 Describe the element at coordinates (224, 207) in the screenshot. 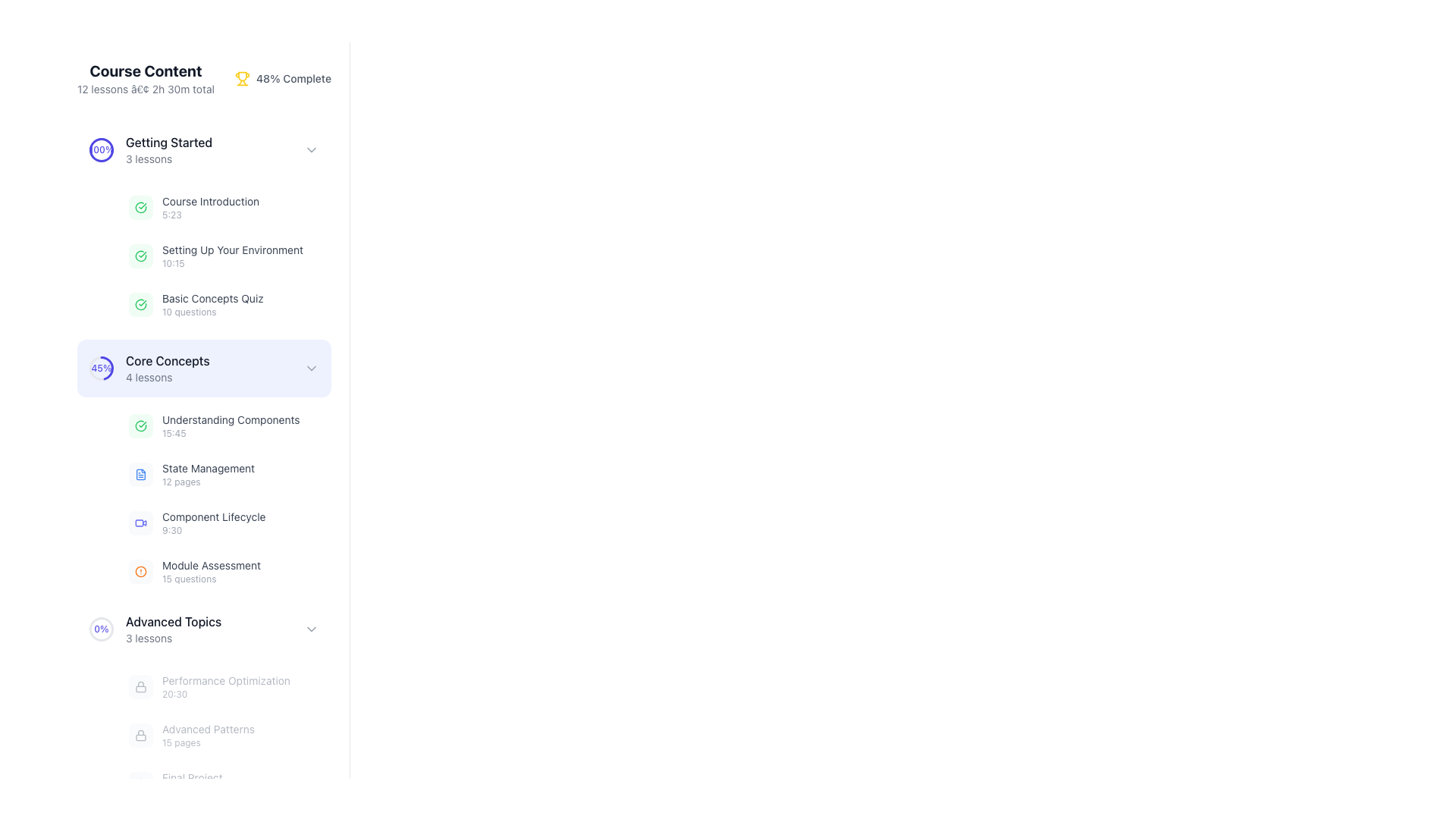

I see `on the first clickable list item in the 'Getting Started' section with the text 'Course Introduction'` at that location.